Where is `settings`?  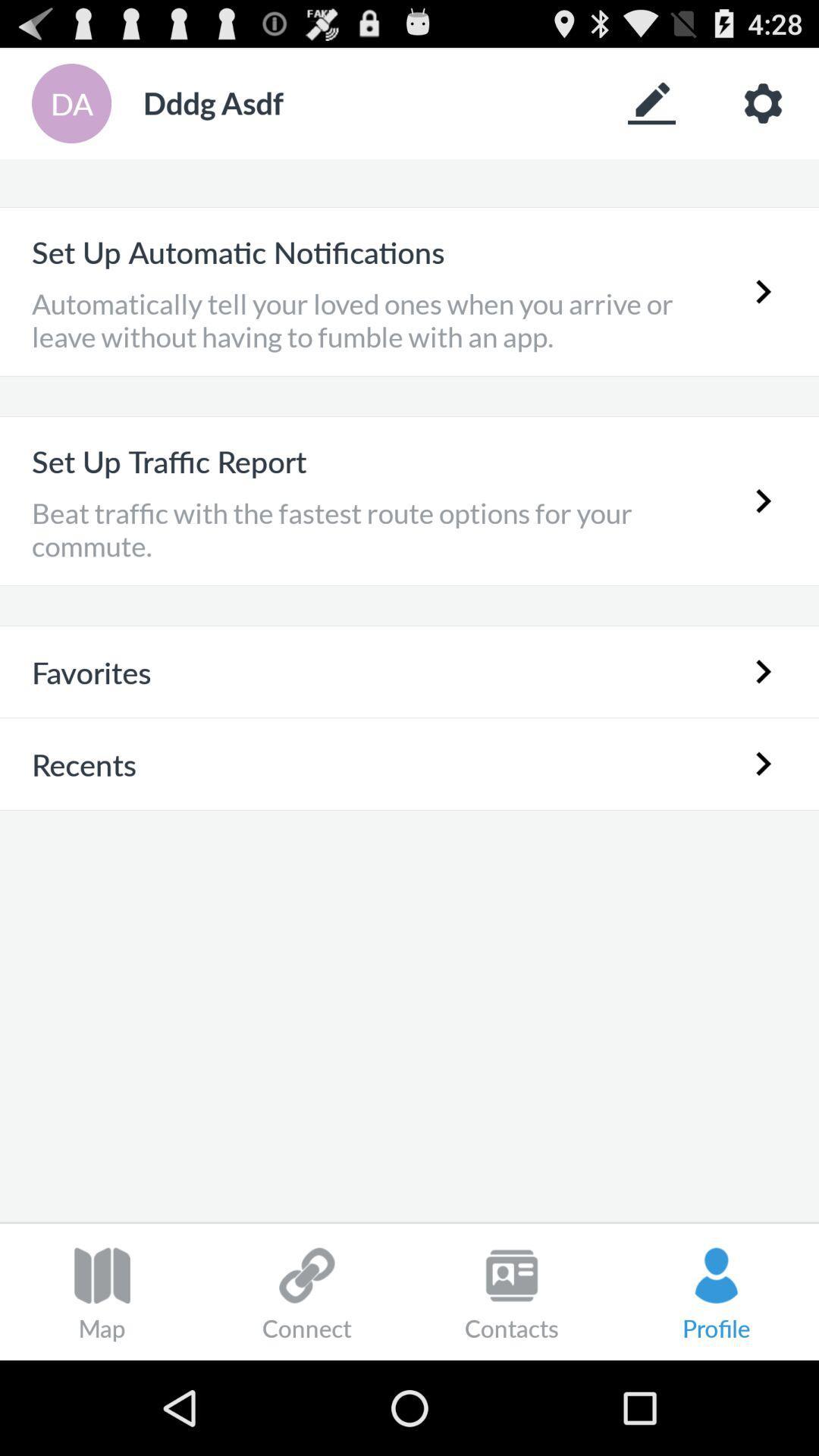
settings is located at coordinates (763, 102).